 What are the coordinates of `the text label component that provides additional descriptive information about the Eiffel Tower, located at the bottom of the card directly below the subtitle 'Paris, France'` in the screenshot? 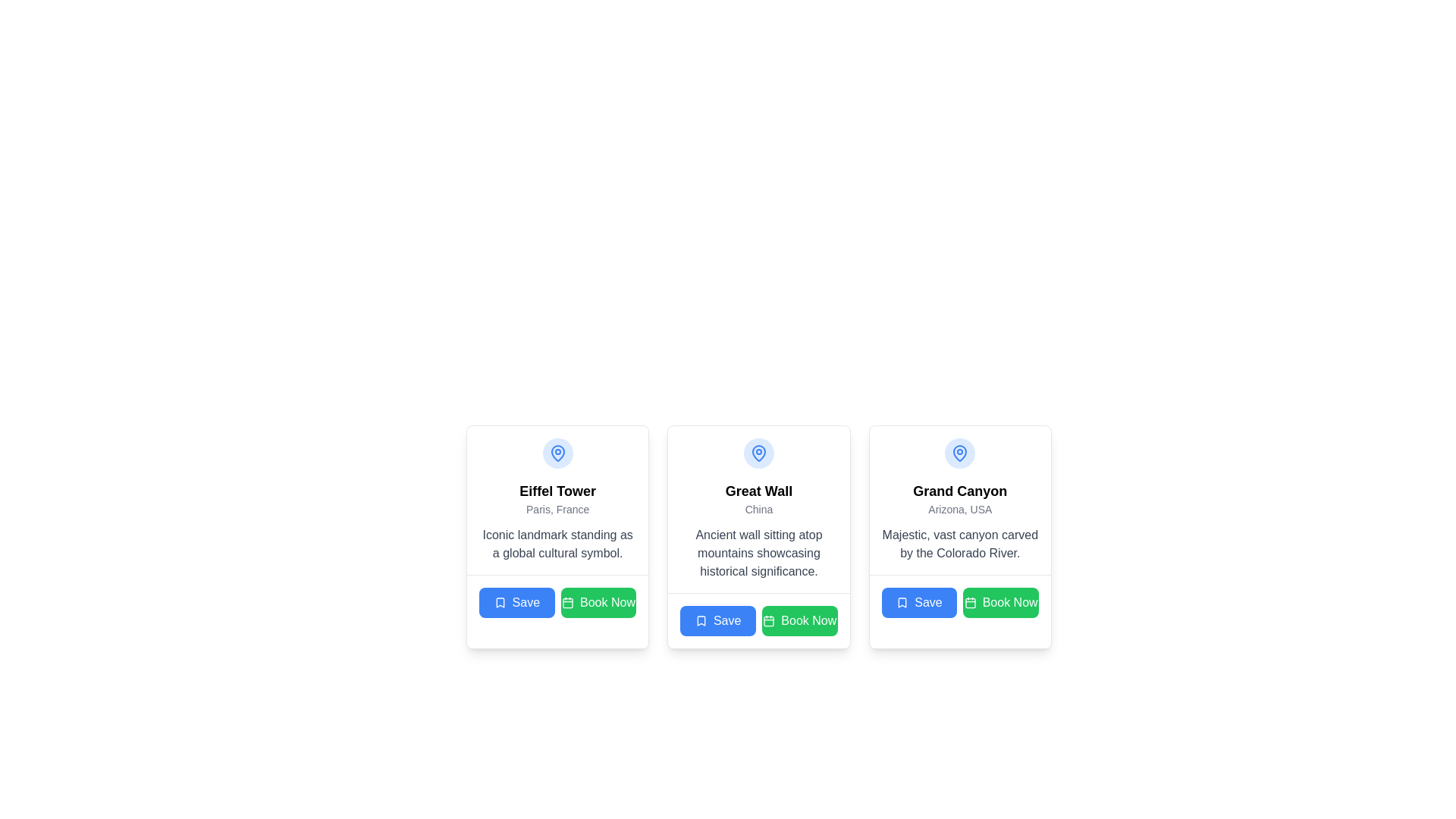 It's located at (557, 543).